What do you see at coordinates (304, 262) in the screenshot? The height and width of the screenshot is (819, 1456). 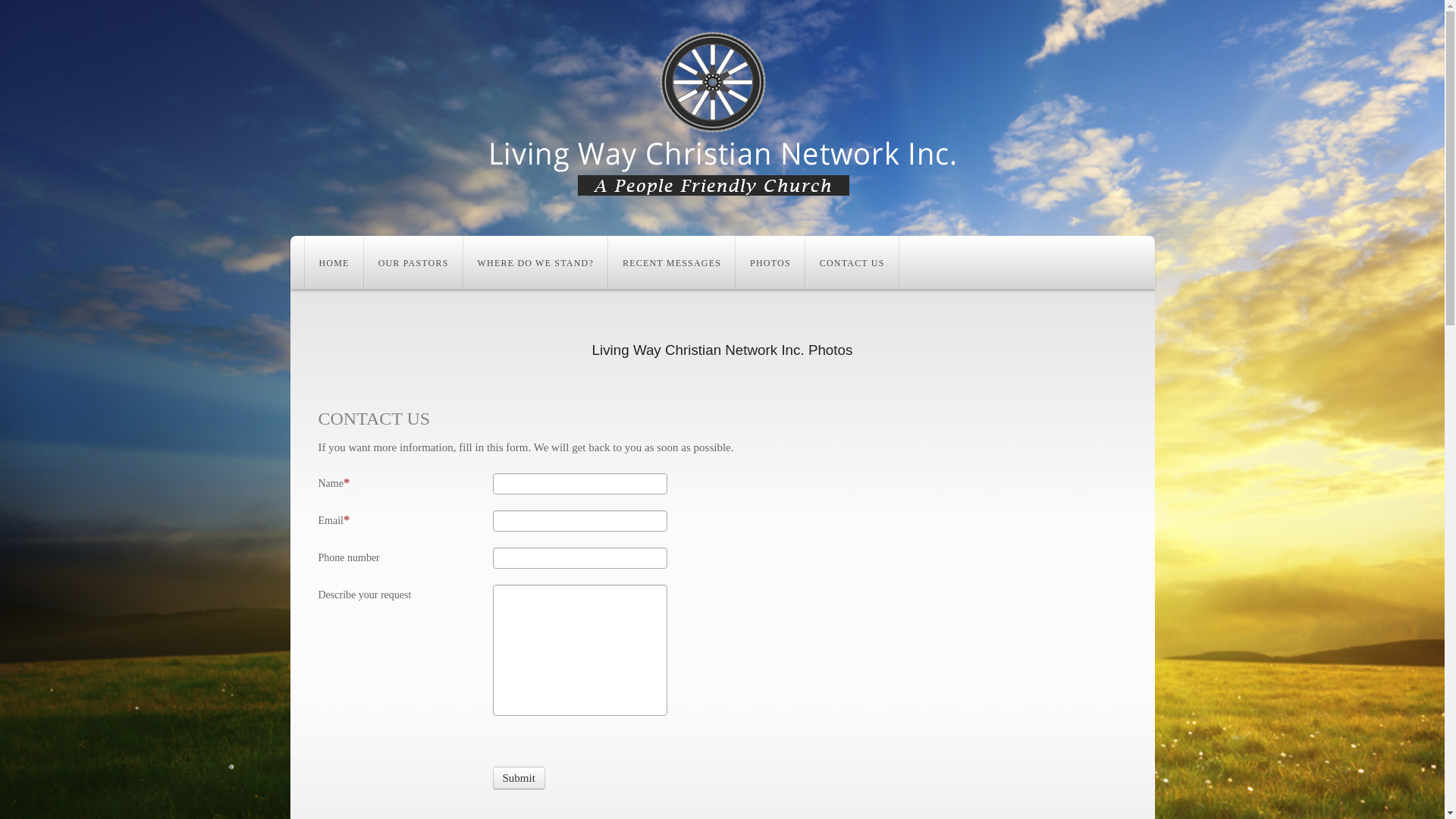 I see `'HOME'` at bounding box center [304, 262].